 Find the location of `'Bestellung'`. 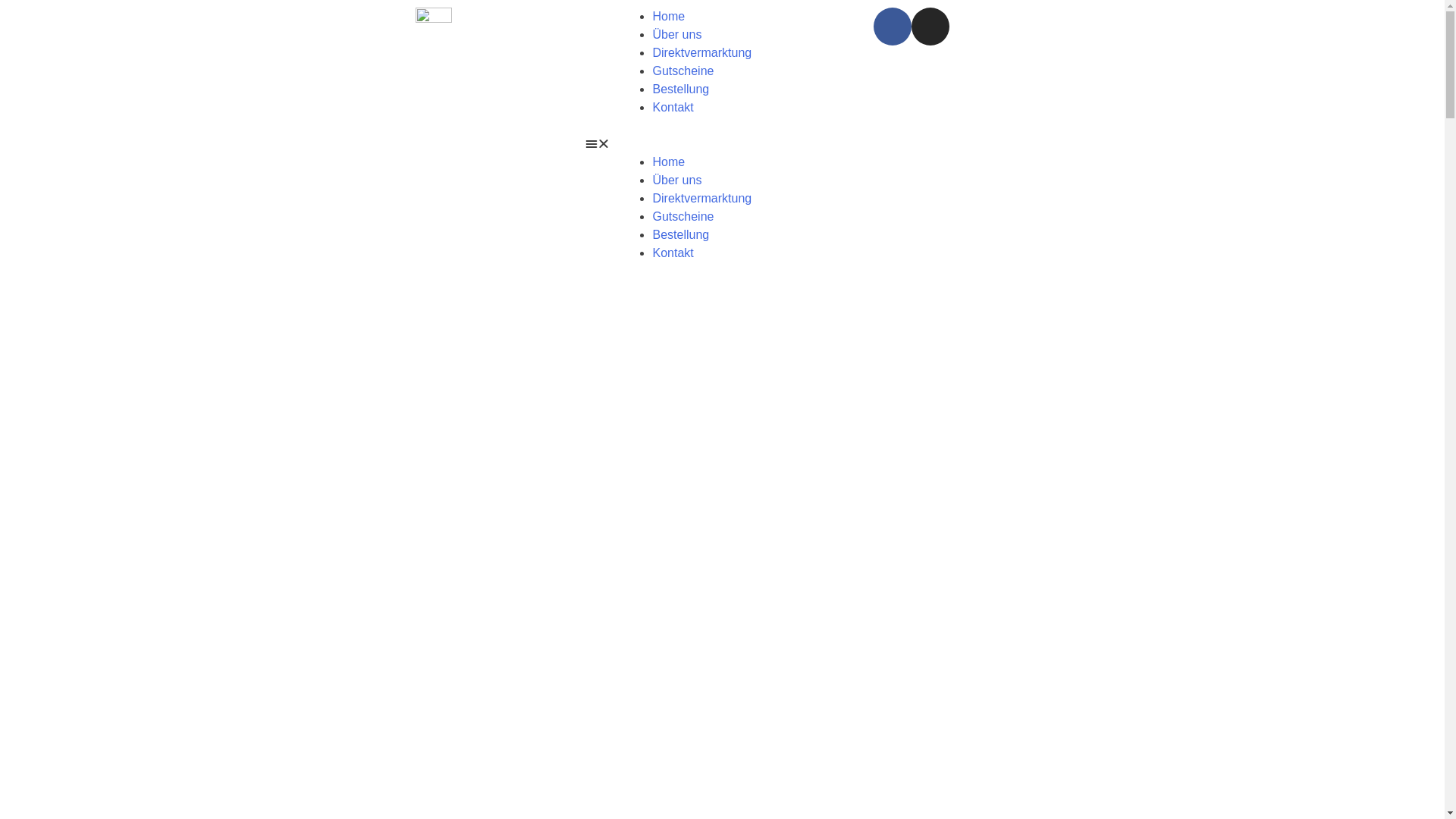

'Bestellung' is located at coordinates (679, 89).